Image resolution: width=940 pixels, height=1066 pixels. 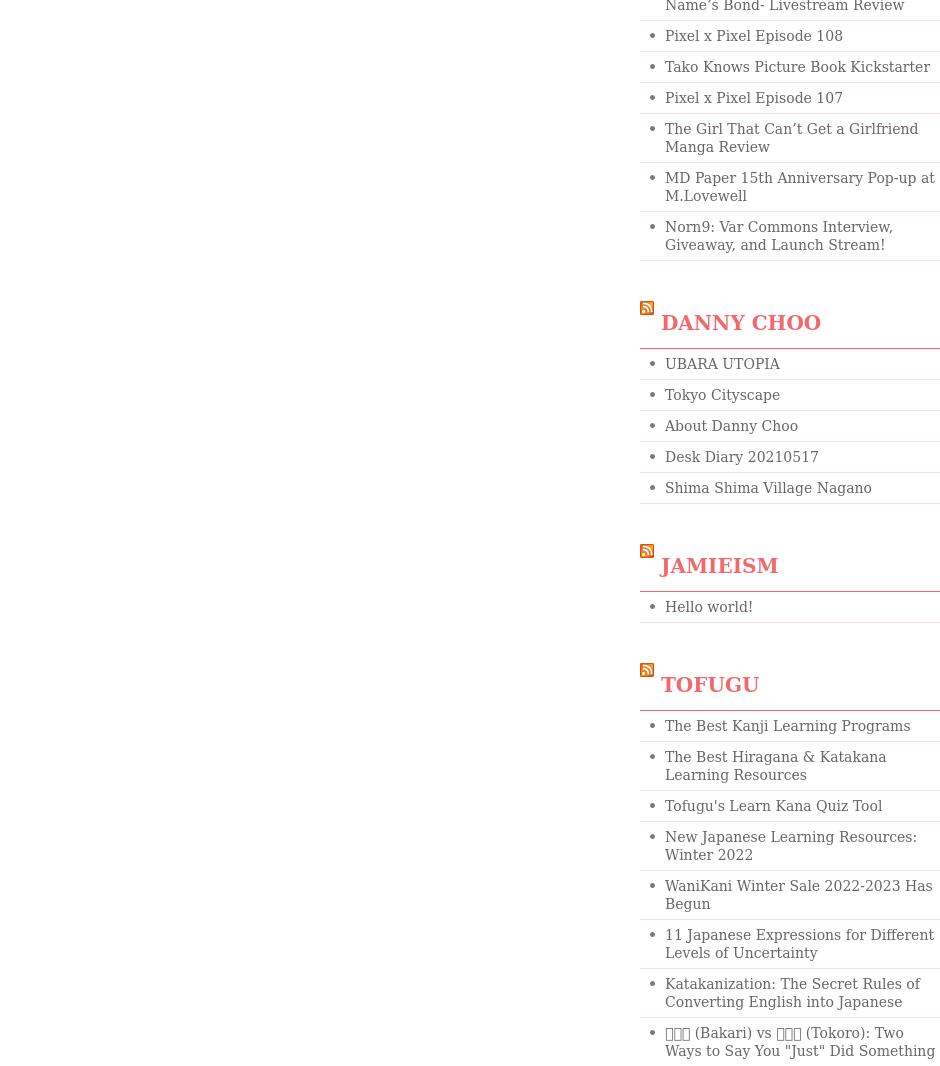 I want to click on 'Jamieism', so click(x=719, y=565).